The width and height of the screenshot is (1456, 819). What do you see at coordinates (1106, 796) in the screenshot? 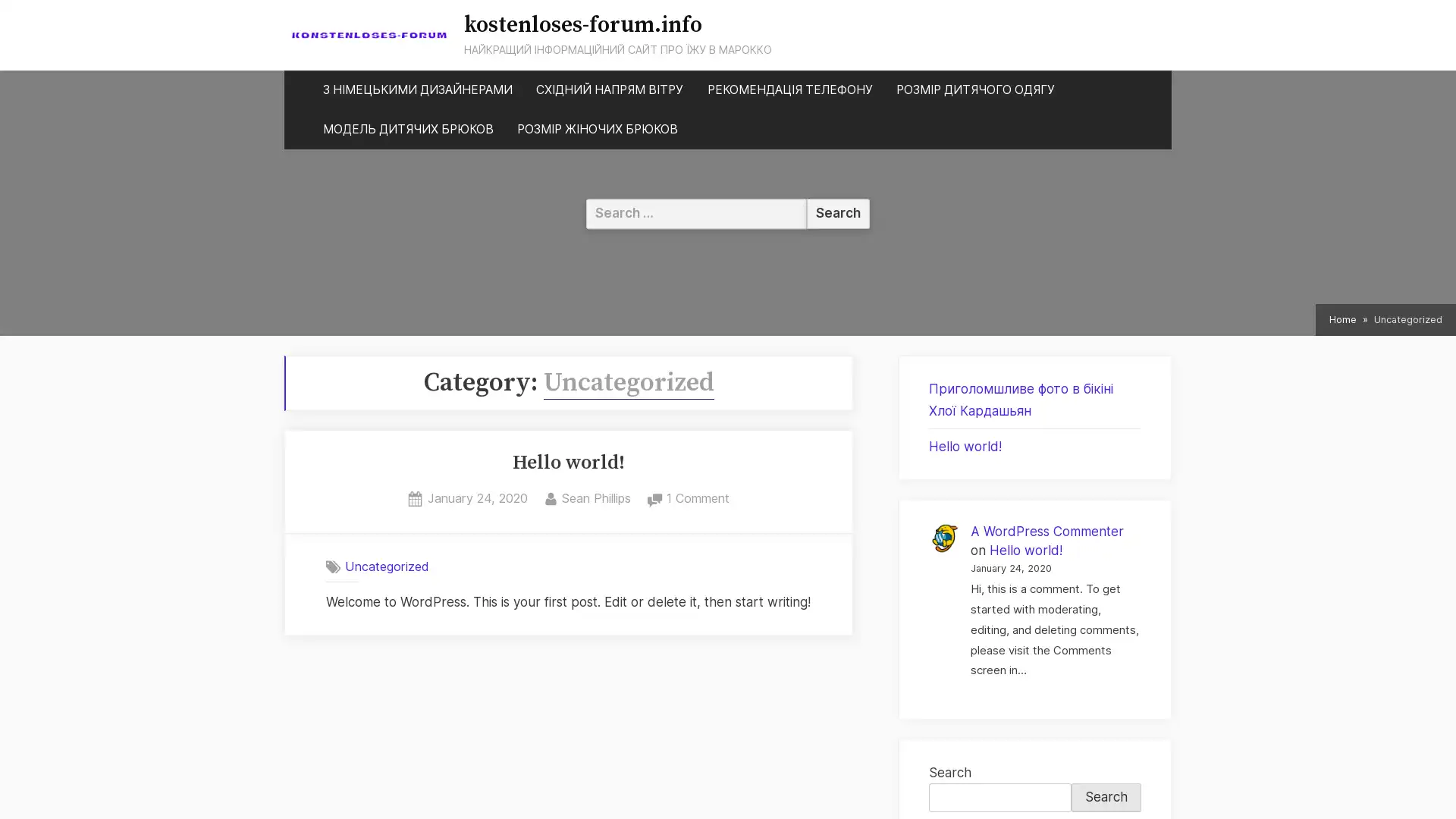
I see `Search` at bounding box center [1106, 796].